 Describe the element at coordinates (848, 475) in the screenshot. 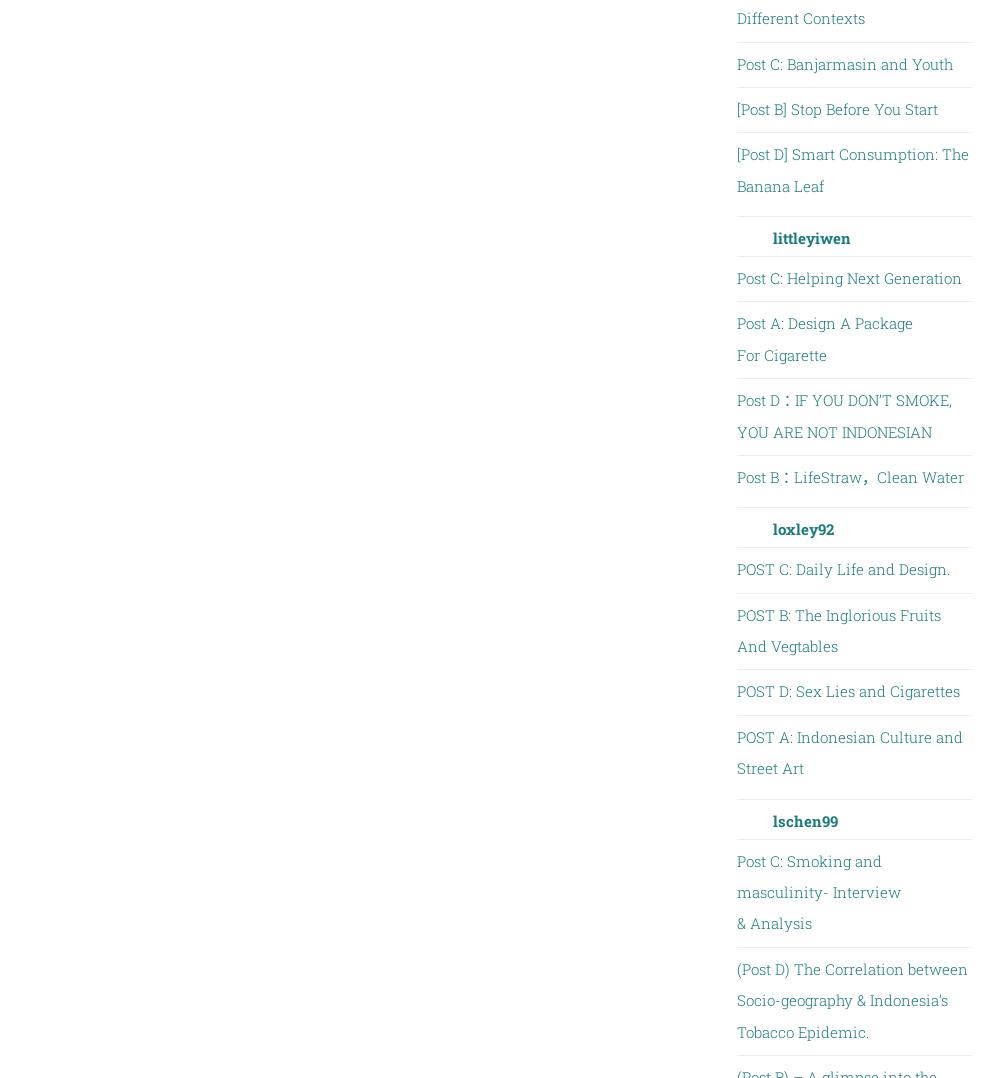

I see `'Post B：LifeStraw，Clean Water'` at that location.